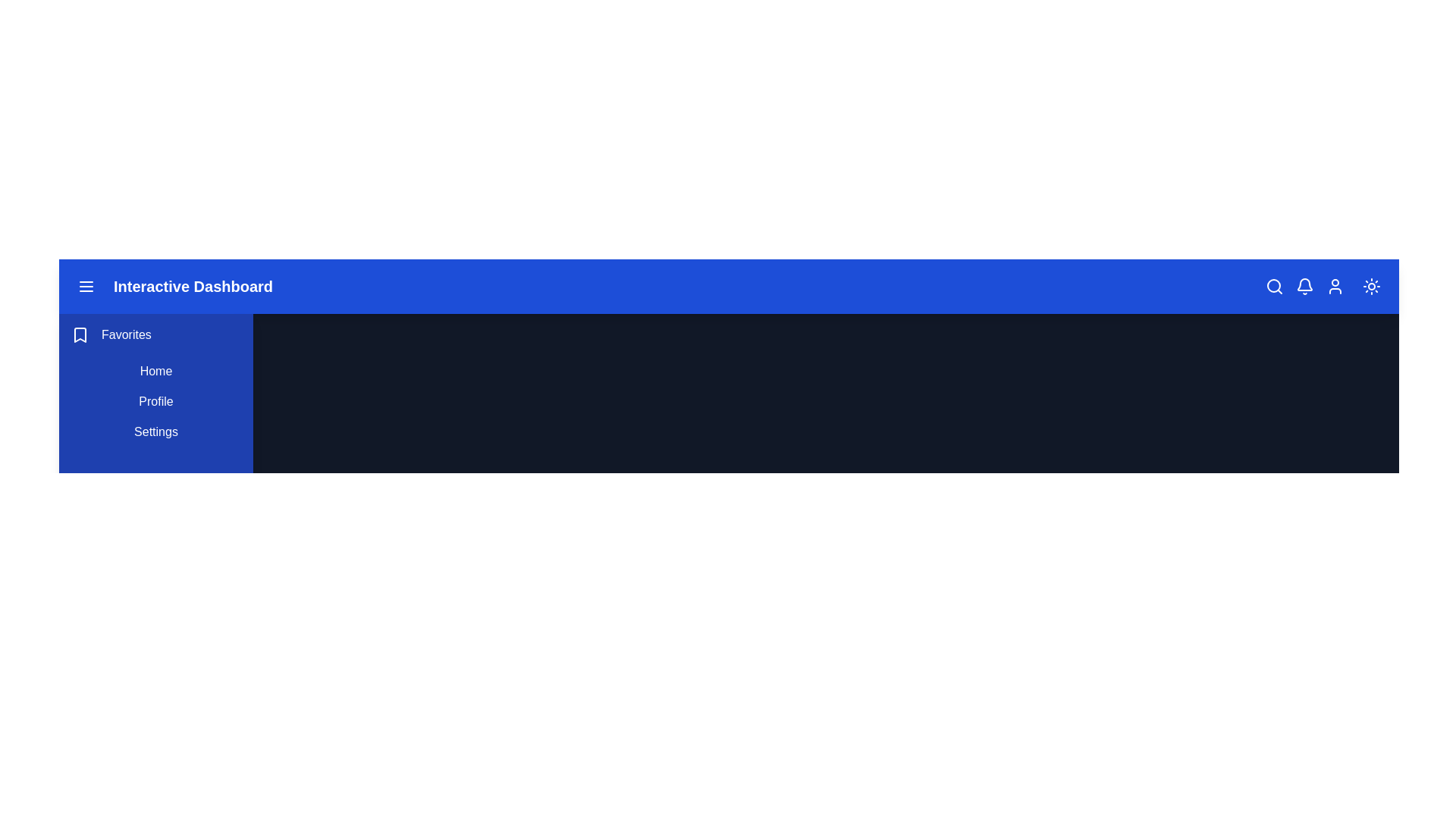  What do you see at coordinates (1372, 287) in the screenshot?
I see `the button with the sun/moon icon to toggle between light and dark mode` at bounding box center [1372, 287].